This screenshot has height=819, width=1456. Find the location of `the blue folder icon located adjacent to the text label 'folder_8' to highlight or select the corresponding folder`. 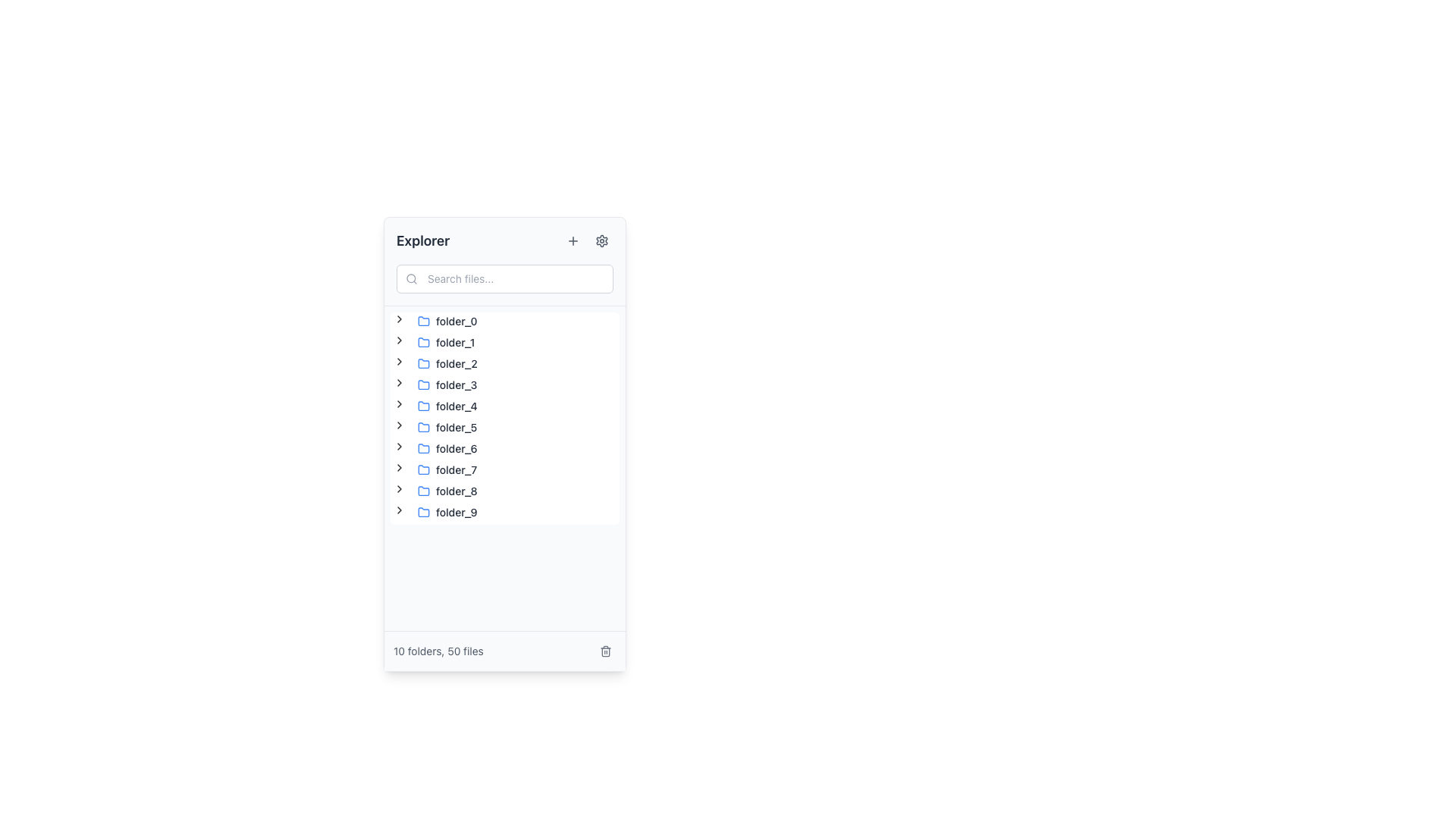

the blue folder icon located adjacent to the text label 'folder_8' to highlight or select the corresponding folder is located at coordinates (423, 491).